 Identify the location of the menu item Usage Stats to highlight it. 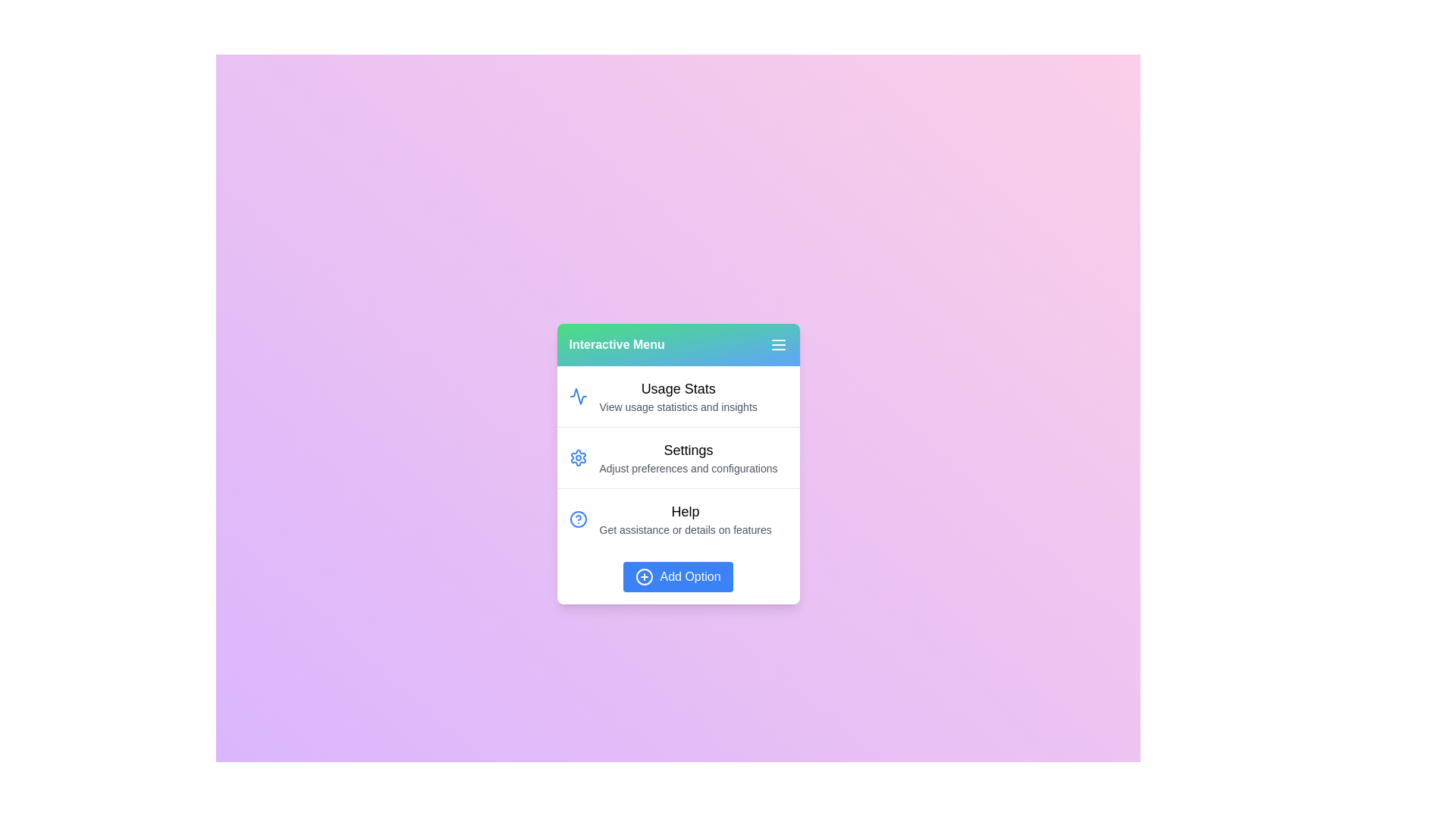
(677, 396).